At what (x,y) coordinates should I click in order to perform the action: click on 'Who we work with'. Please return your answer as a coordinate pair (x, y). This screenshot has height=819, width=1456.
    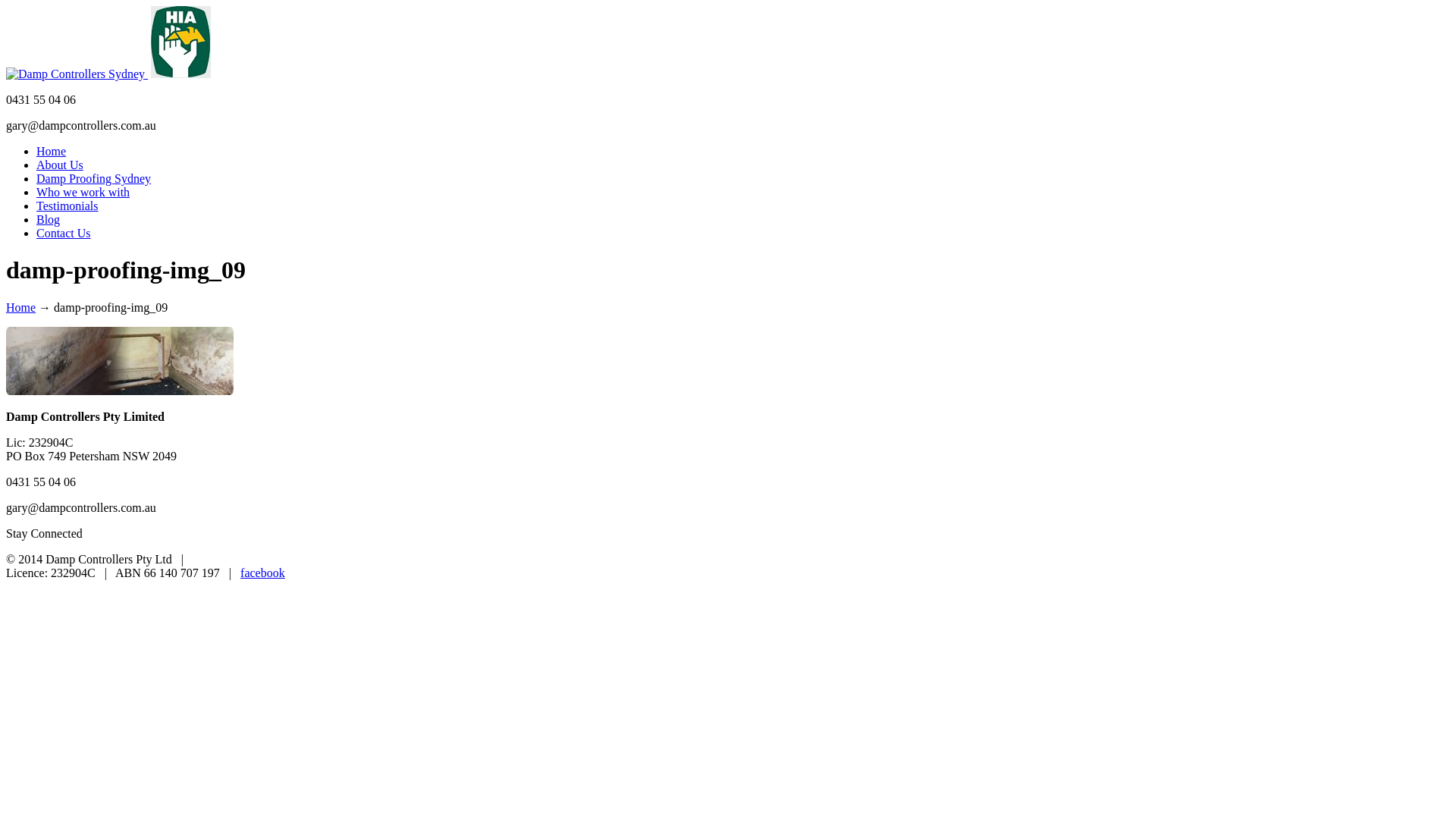
    Looking at the image, I should click on (82, 191).